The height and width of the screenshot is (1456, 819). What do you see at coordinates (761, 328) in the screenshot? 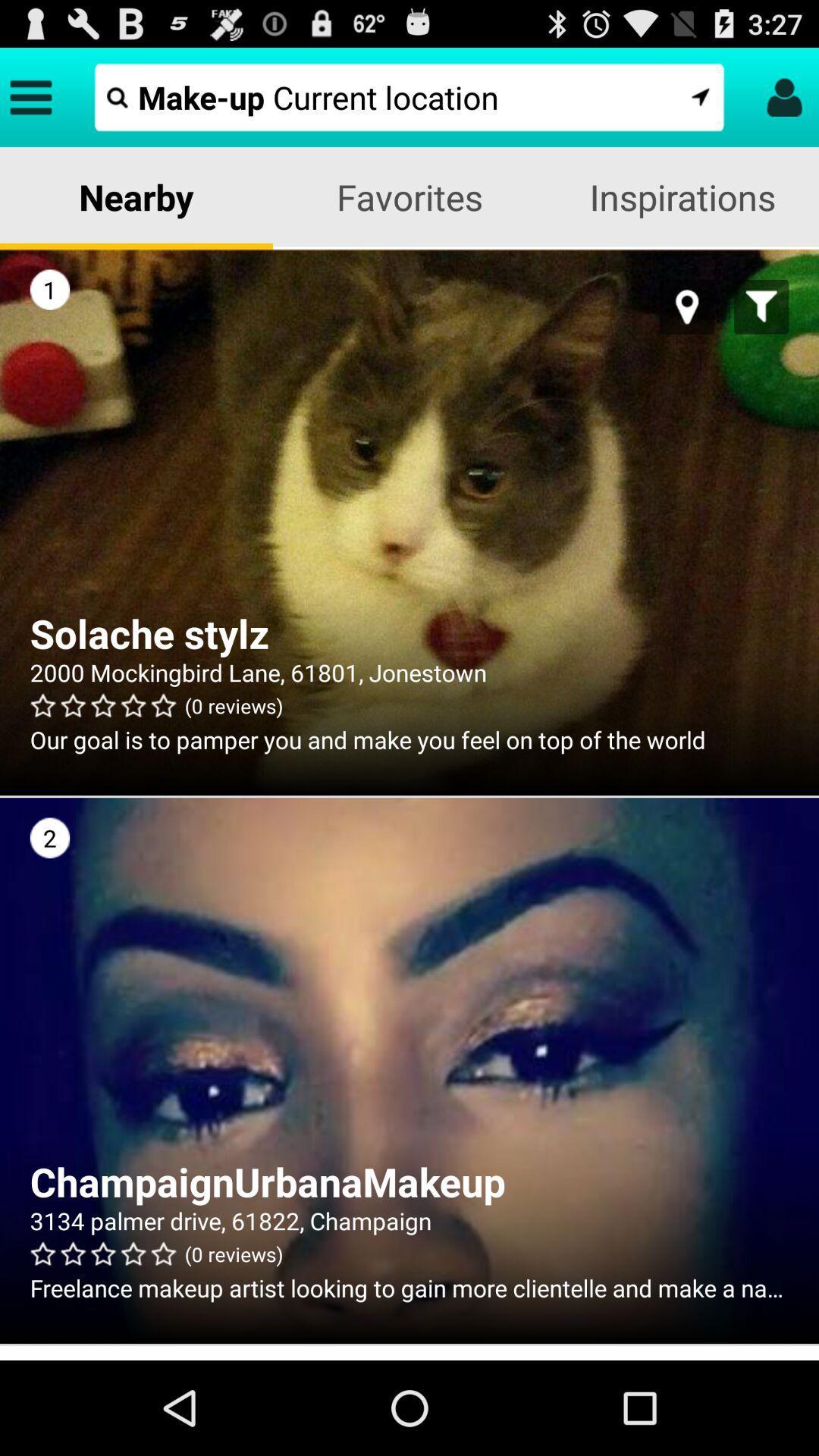
I see `the filter icon` at bounding box center [761, 328].